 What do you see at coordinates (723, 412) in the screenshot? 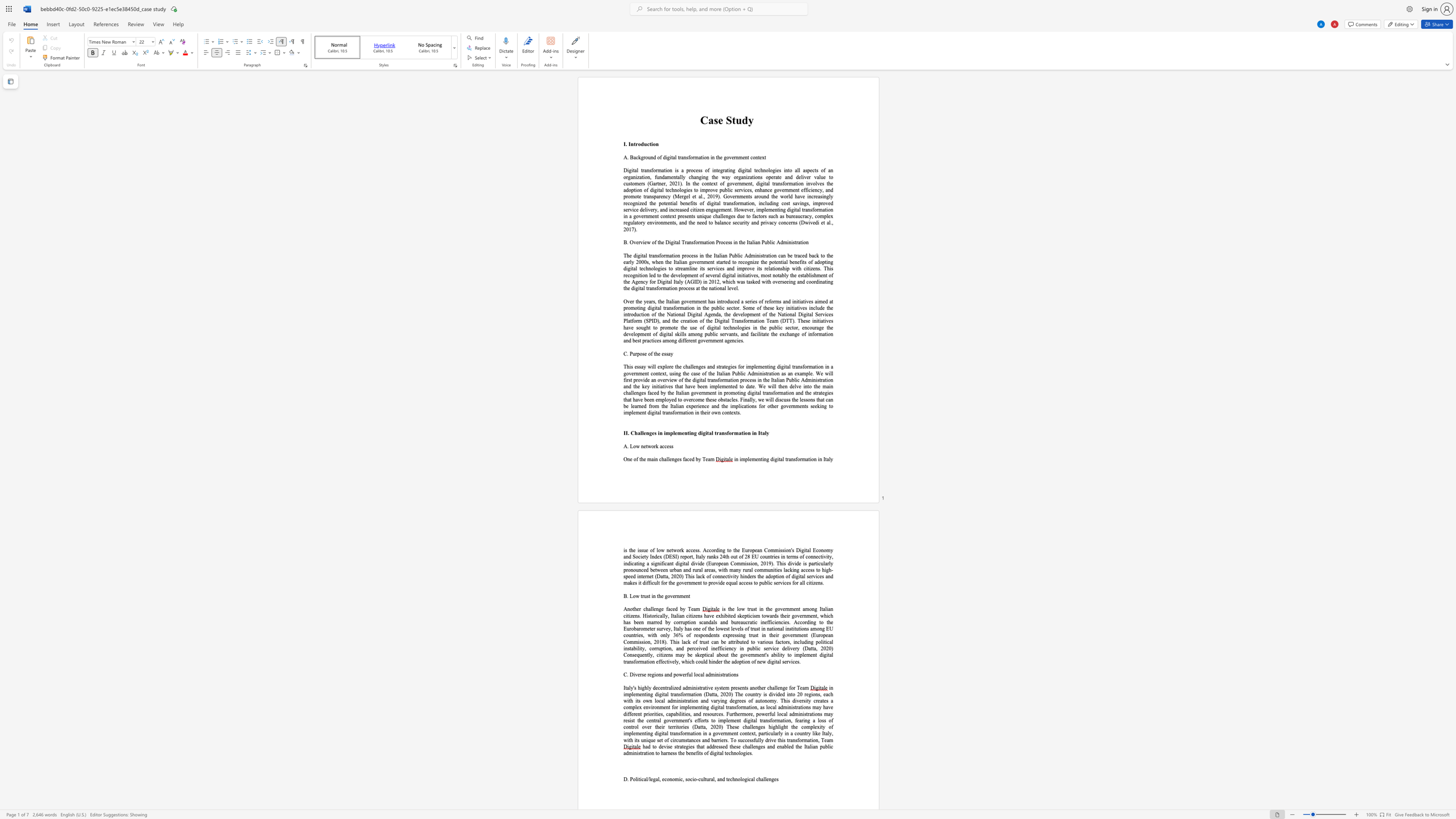
I see `the subset text "onte" within the text "to implement digital transformation in their own contexts."` at bounding box center [723, 412].